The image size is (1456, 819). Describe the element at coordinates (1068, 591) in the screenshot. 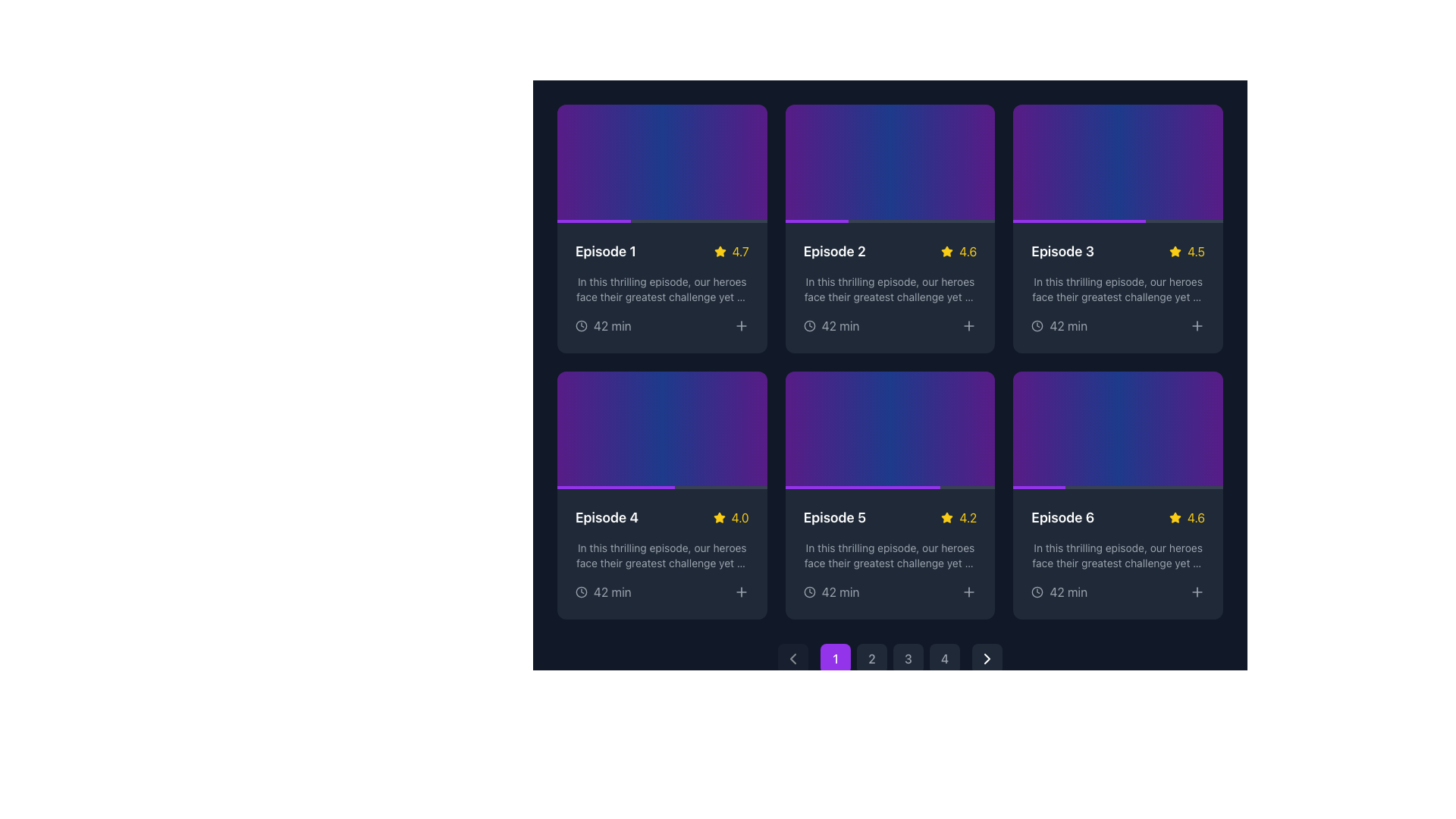

I see `the static text label displaying '42 min', which is located next to a clock icon within the 'Episode 6' card in the bottom-right corner of the interface` at that location.